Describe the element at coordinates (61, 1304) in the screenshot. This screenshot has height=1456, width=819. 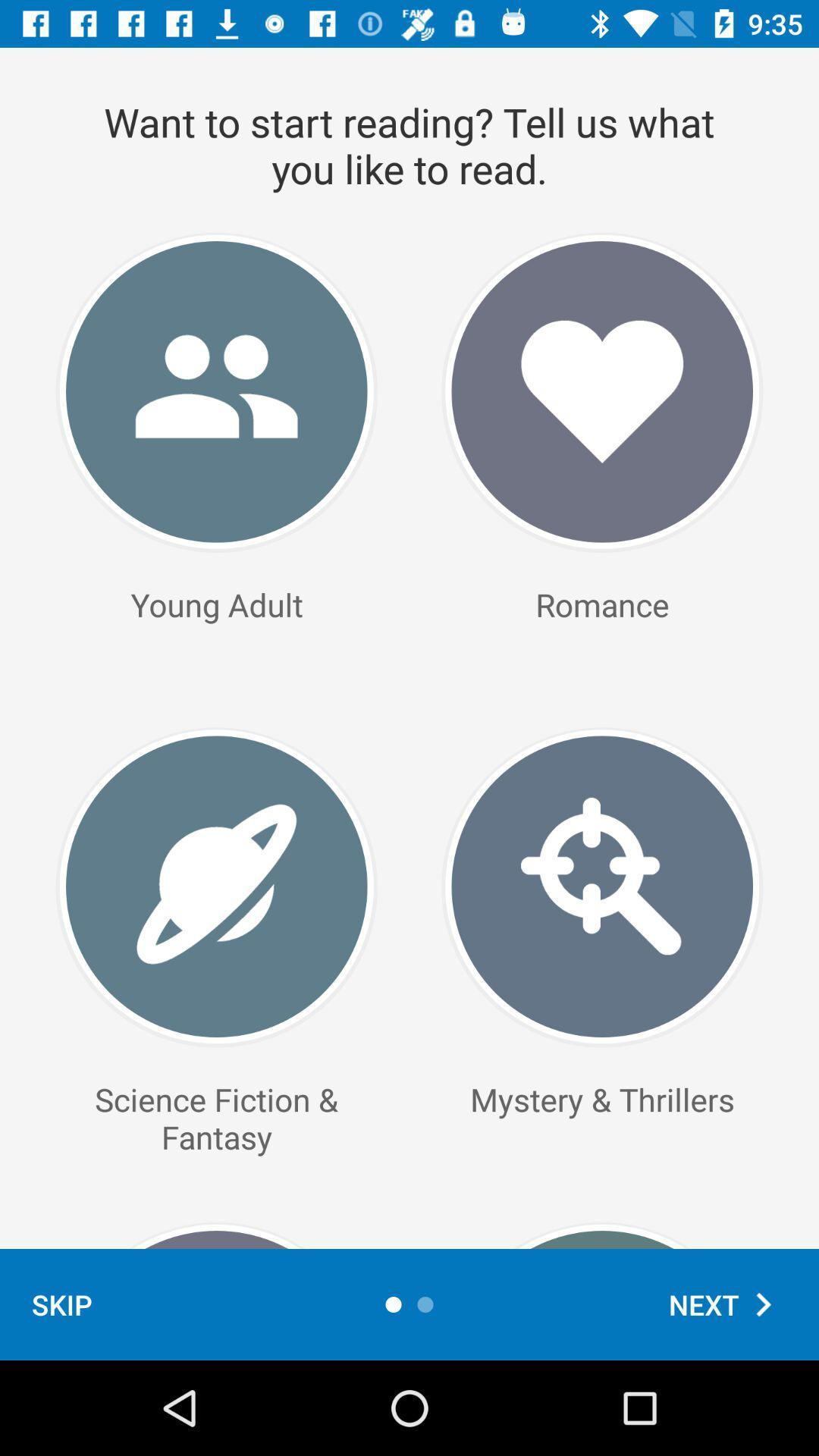
I see `skip item` at that location.